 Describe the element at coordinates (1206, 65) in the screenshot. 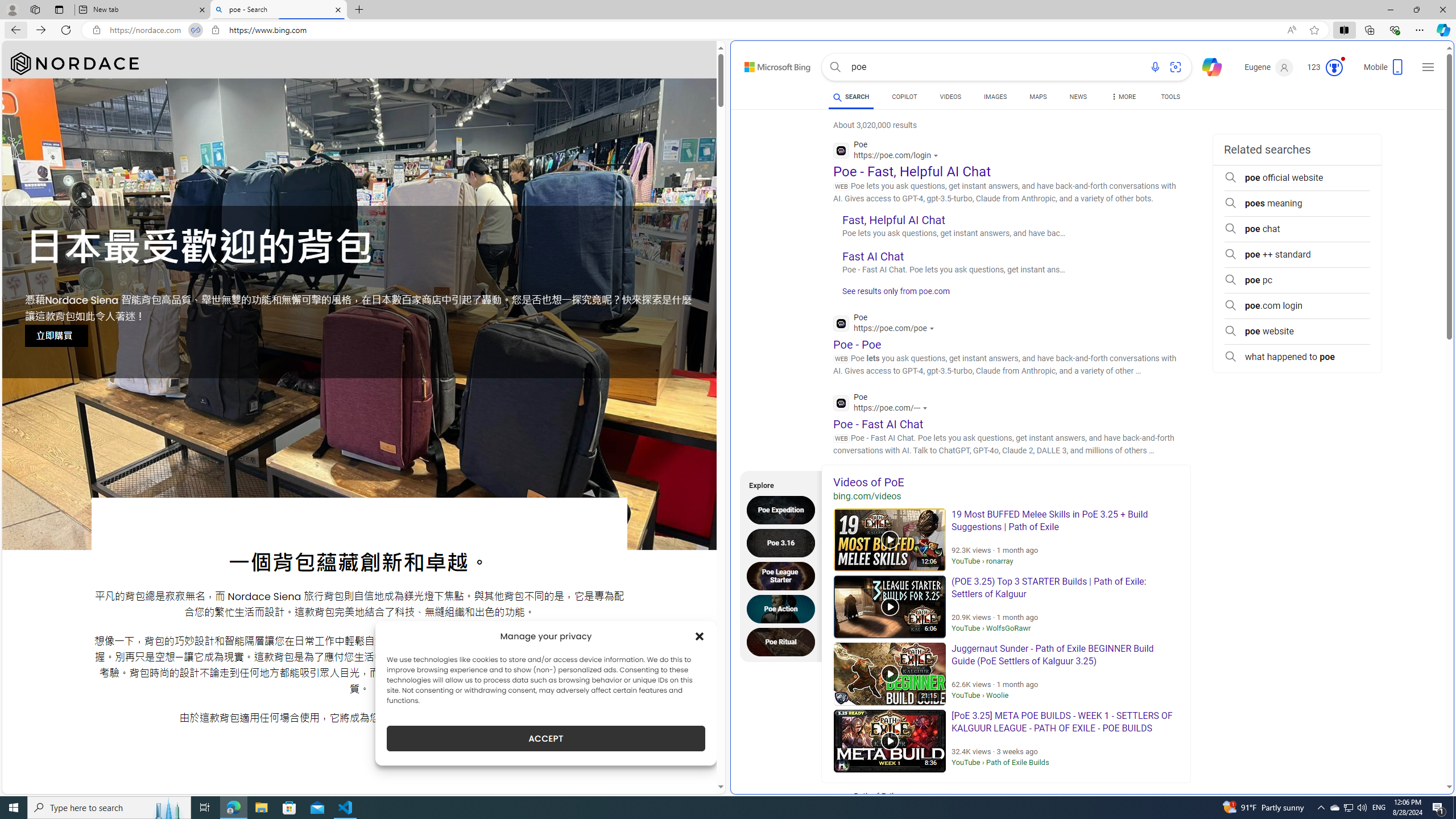

I see `'Chat'` at that location.